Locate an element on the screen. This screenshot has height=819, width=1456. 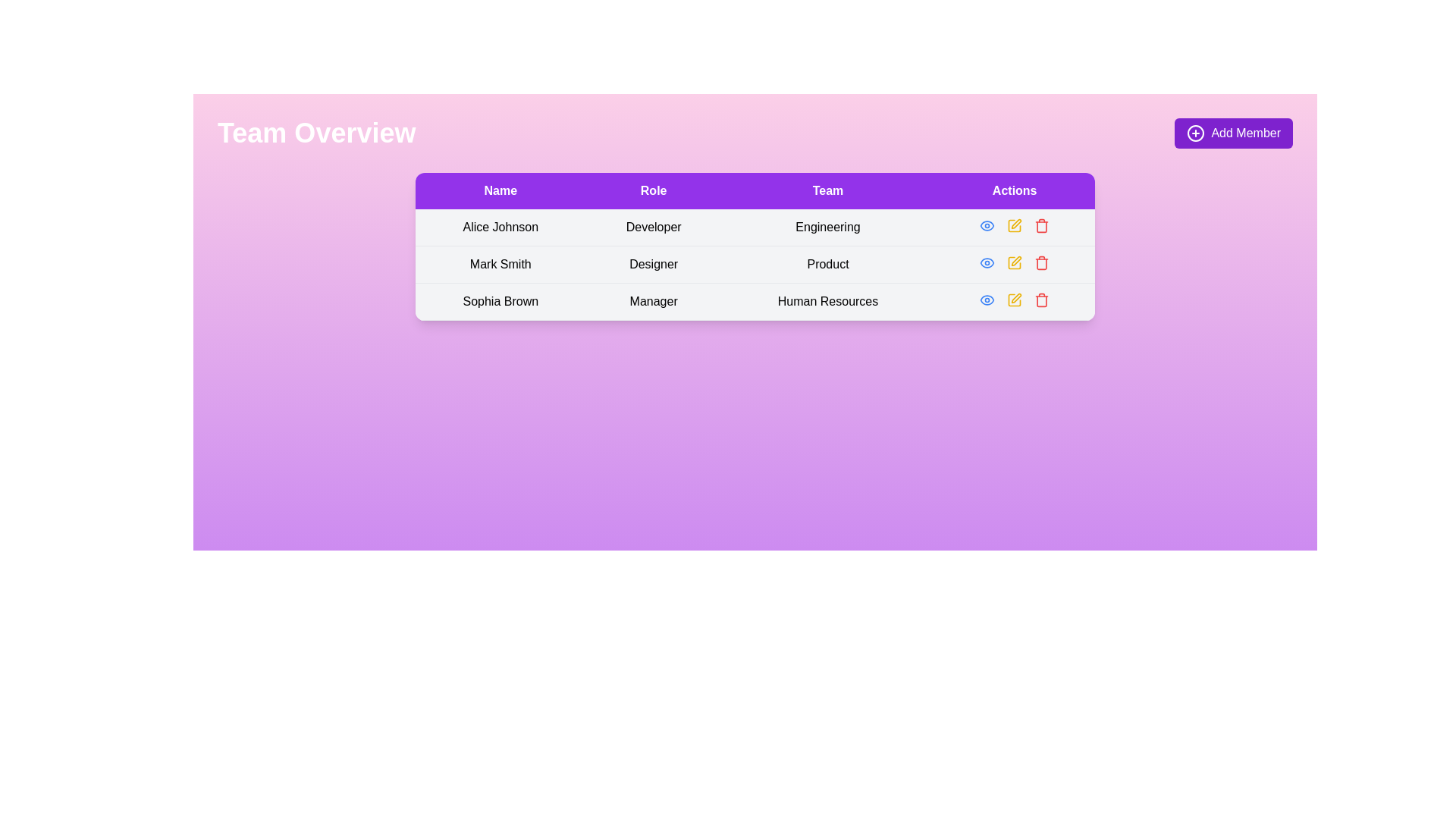
the Edit action button icon located in the Actions section of the row corresponding to 'Sophia Brown' to initiate editing is located at coordinates (1015, 300).